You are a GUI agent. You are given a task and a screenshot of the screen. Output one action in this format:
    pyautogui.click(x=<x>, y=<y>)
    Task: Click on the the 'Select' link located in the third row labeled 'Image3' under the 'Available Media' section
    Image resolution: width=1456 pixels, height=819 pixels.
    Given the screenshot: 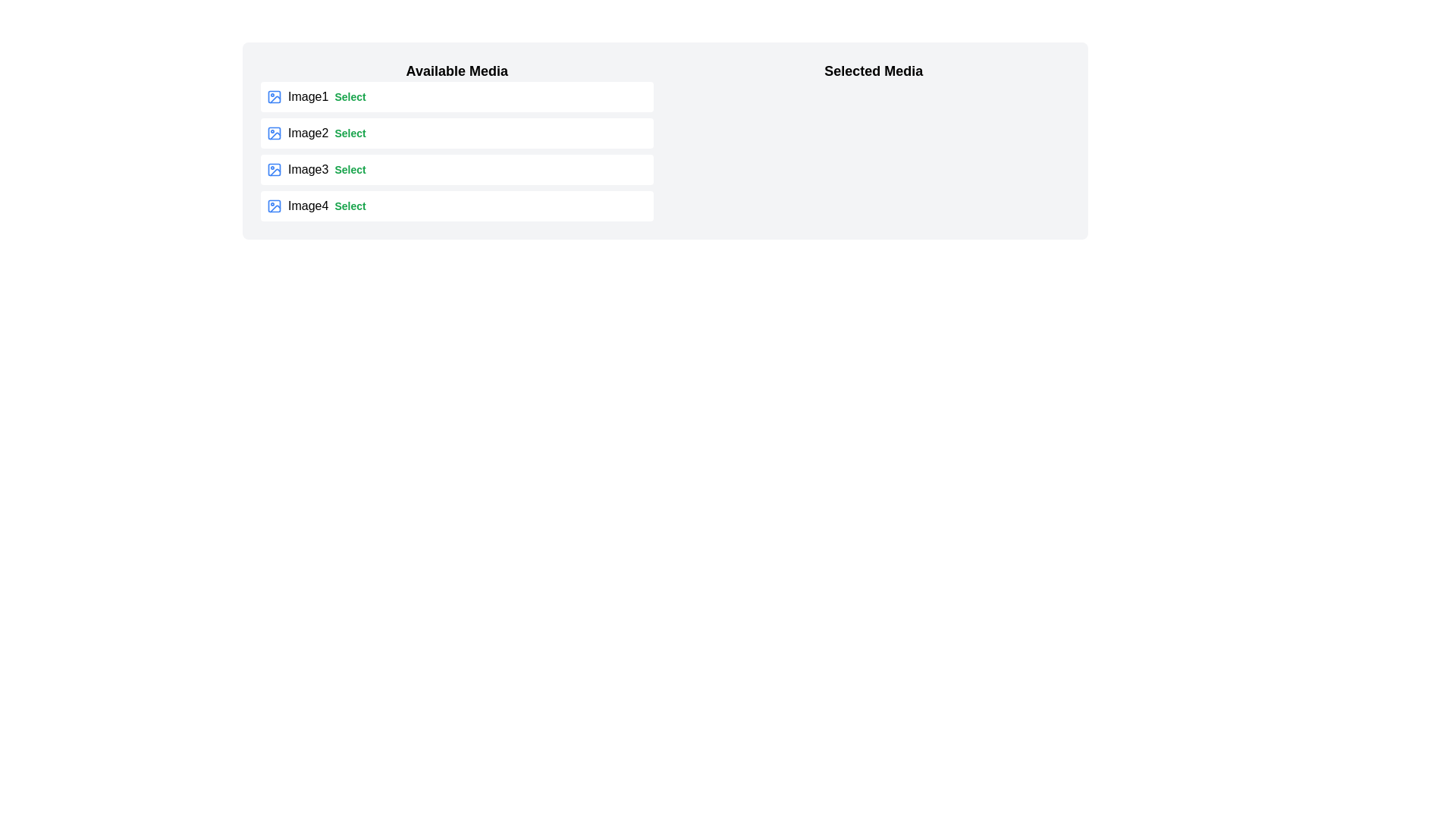 What is the action you would take?
    pyautogui.click(x=349, y=169)
    